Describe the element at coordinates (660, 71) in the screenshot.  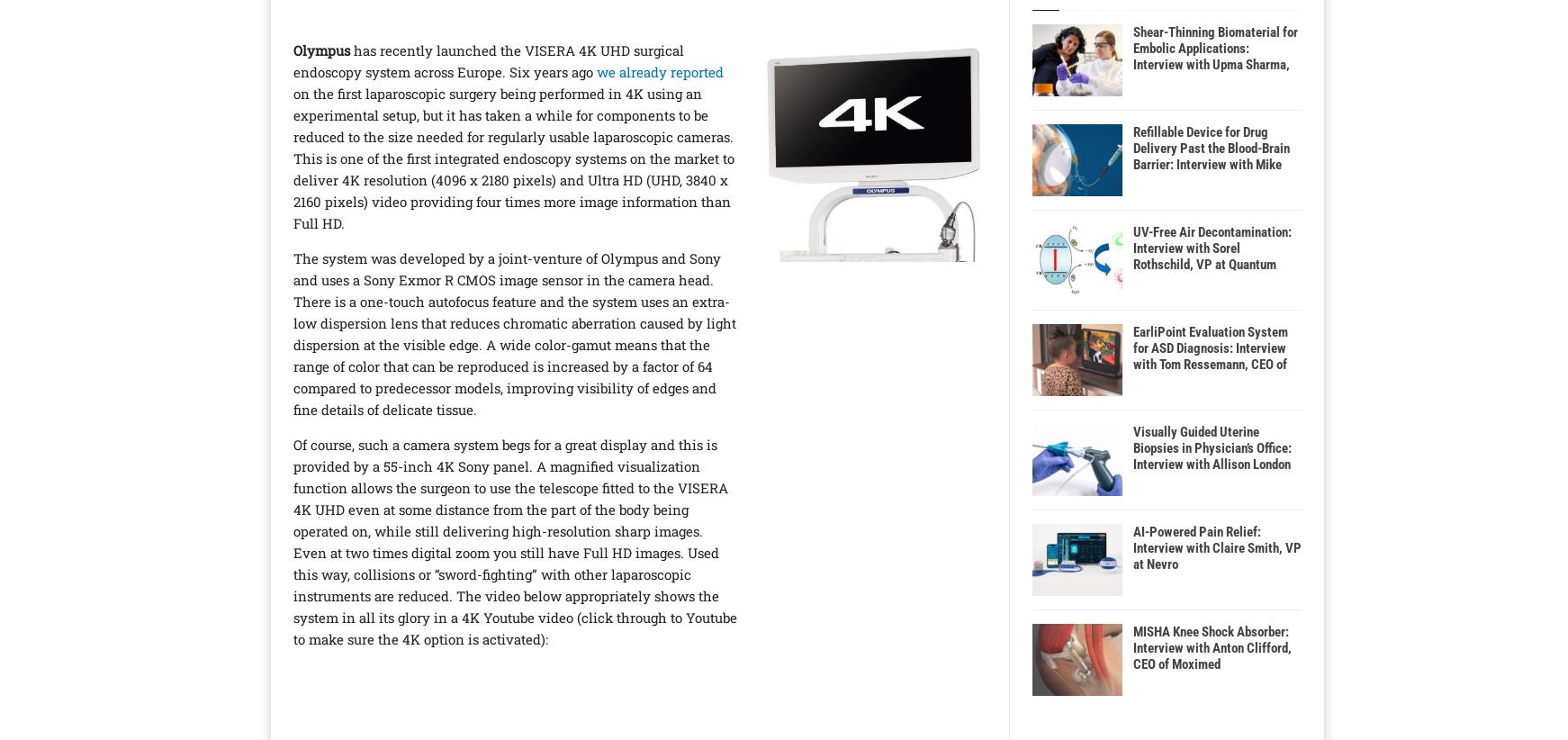
I see `'we already reported'` at that location.